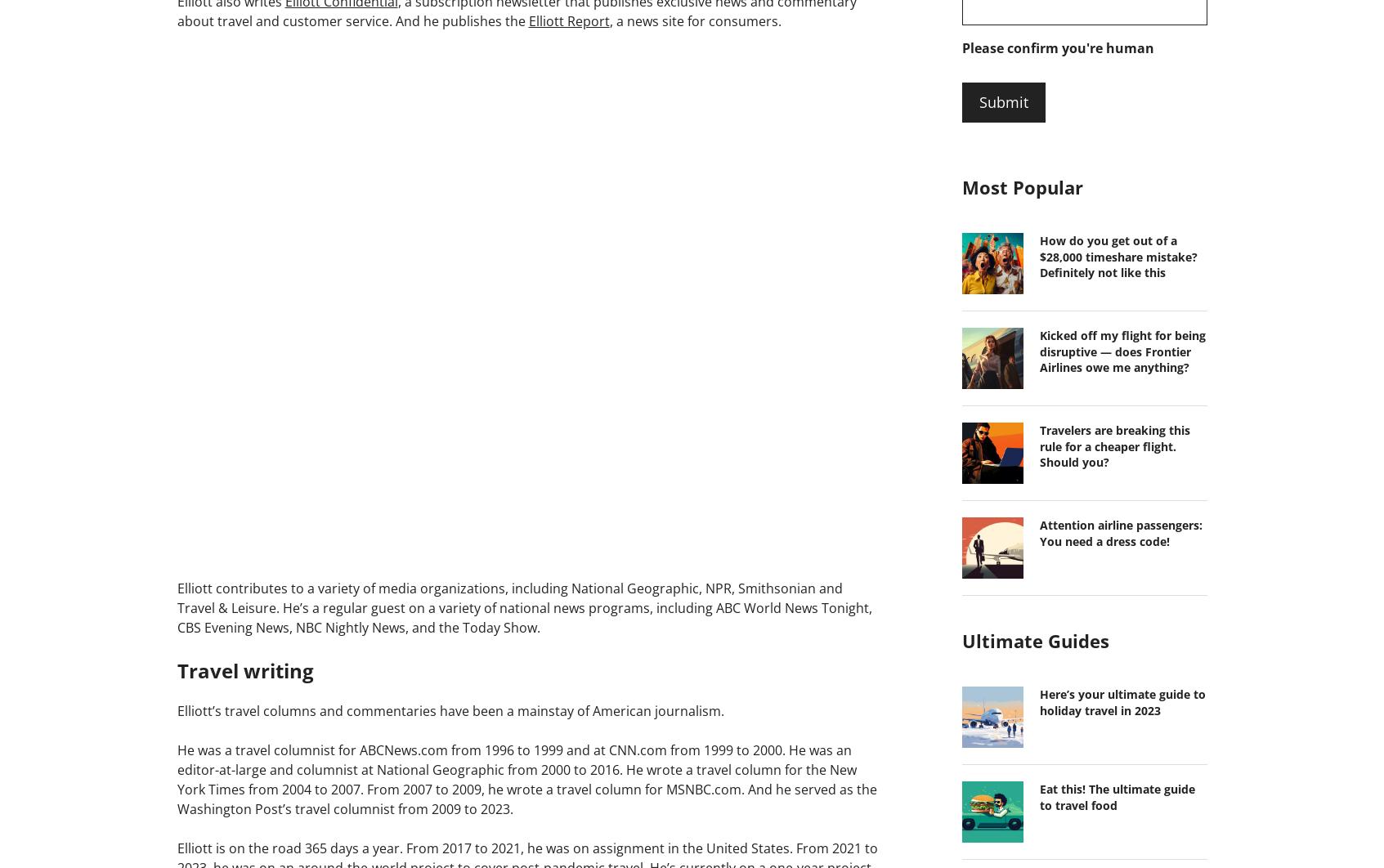  I want to click on 'Attention airline passengers: You need a dress code!', so click(1120, 532).